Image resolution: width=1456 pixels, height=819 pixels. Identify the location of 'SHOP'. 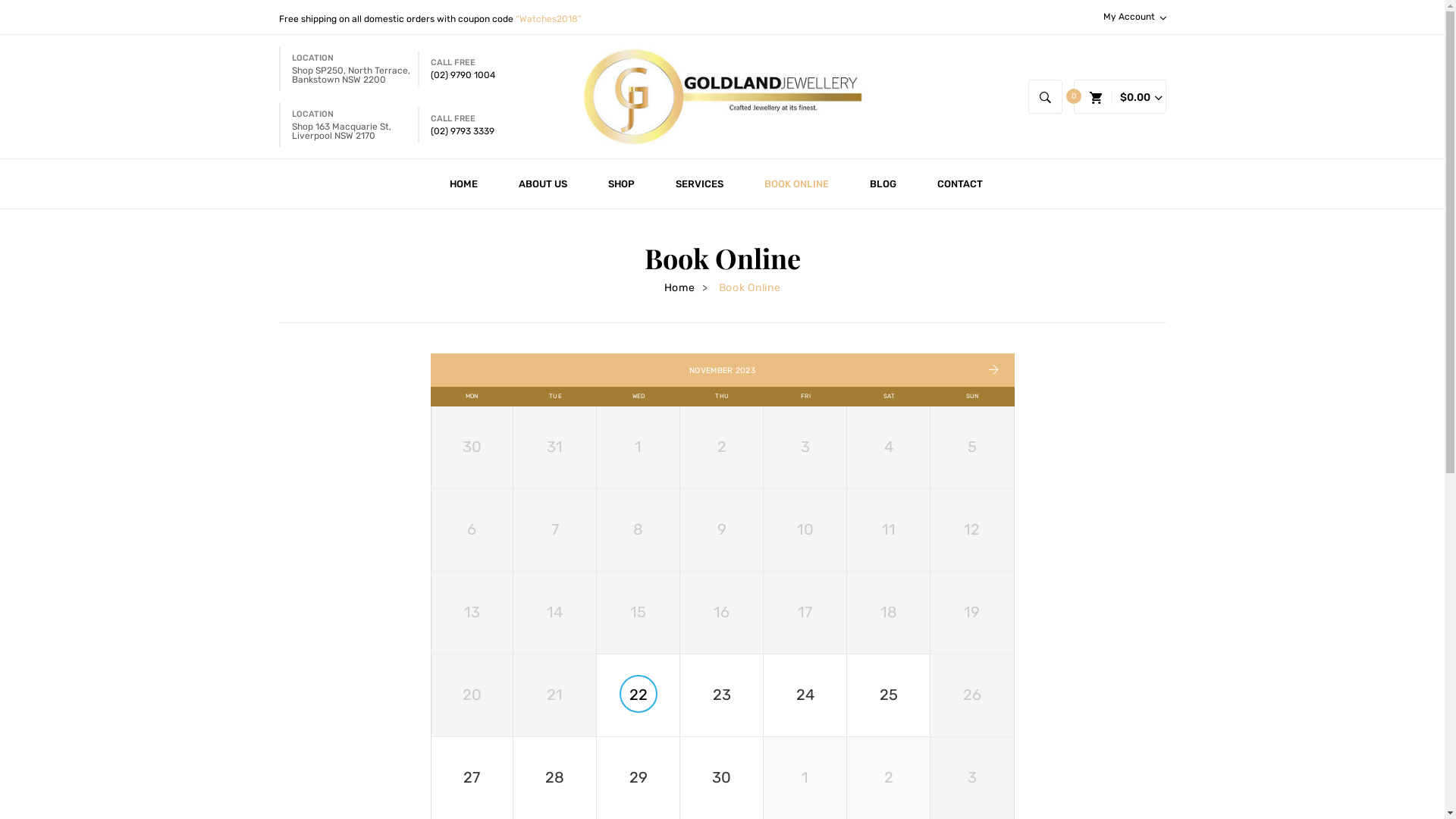
(620, 183).